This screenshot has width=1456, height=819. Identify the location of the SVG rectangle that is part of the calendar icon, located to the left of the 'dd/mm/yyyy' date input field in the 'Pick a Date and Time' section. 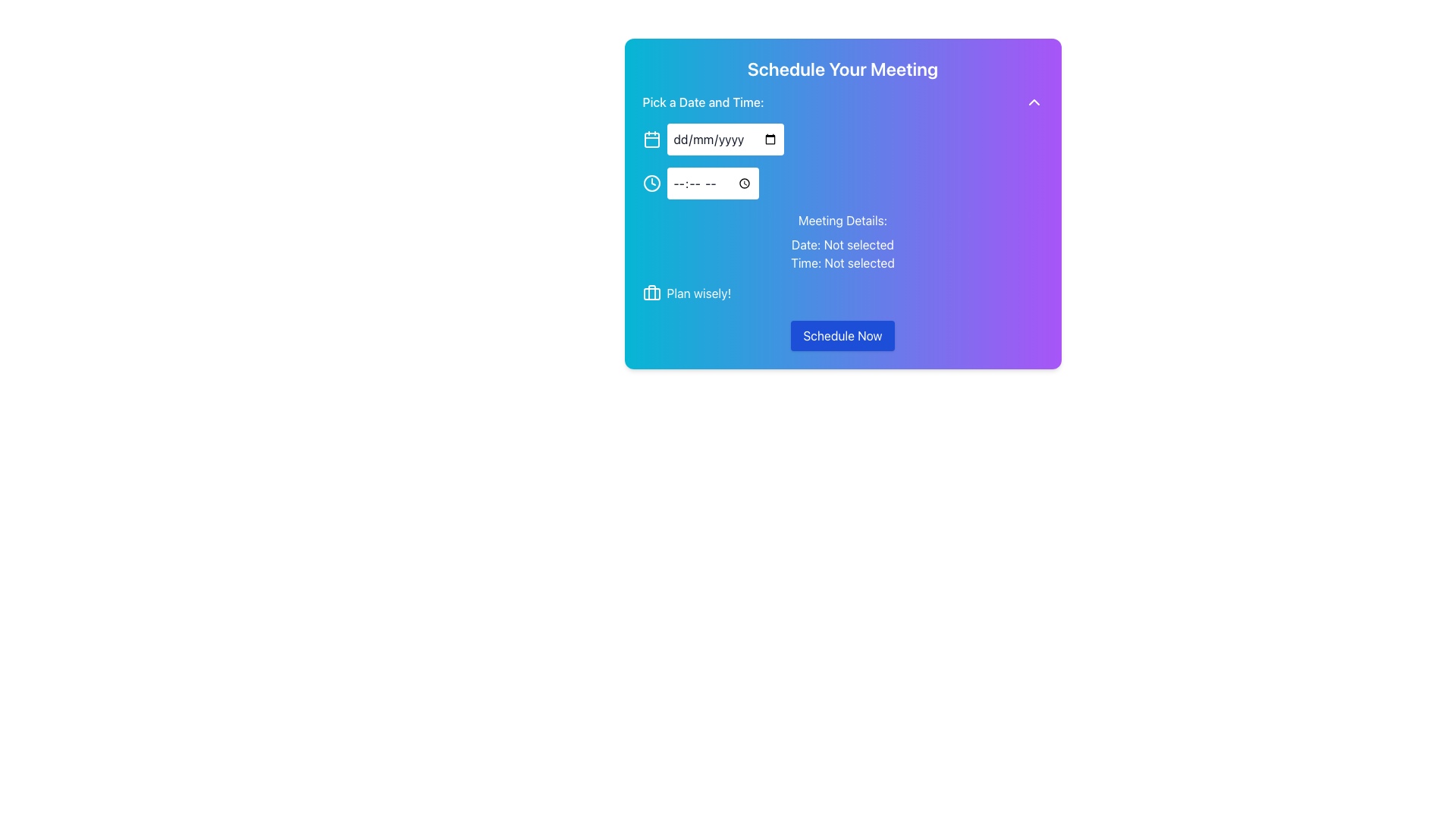
(651, 140).